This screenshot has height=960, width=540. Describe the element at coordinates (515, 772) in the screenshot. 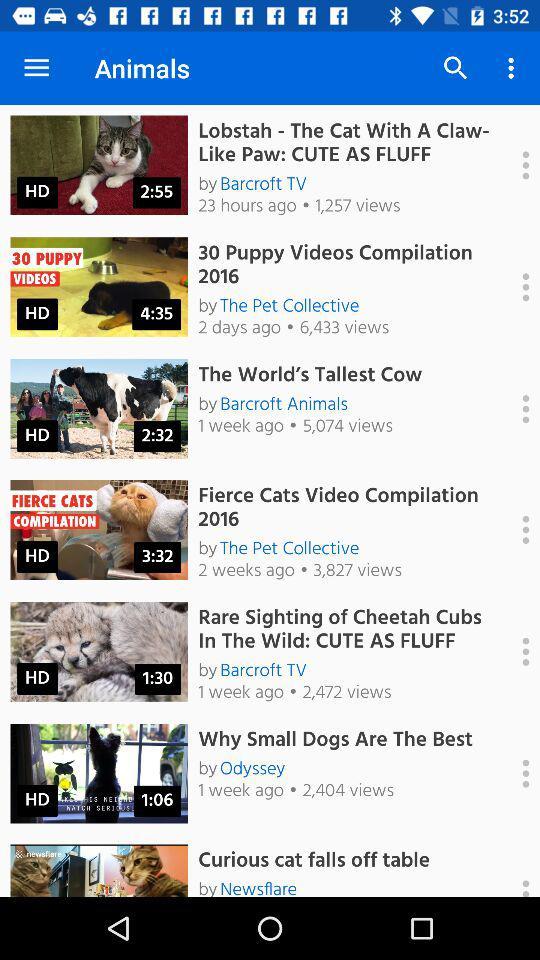

I see `more info` at that location.